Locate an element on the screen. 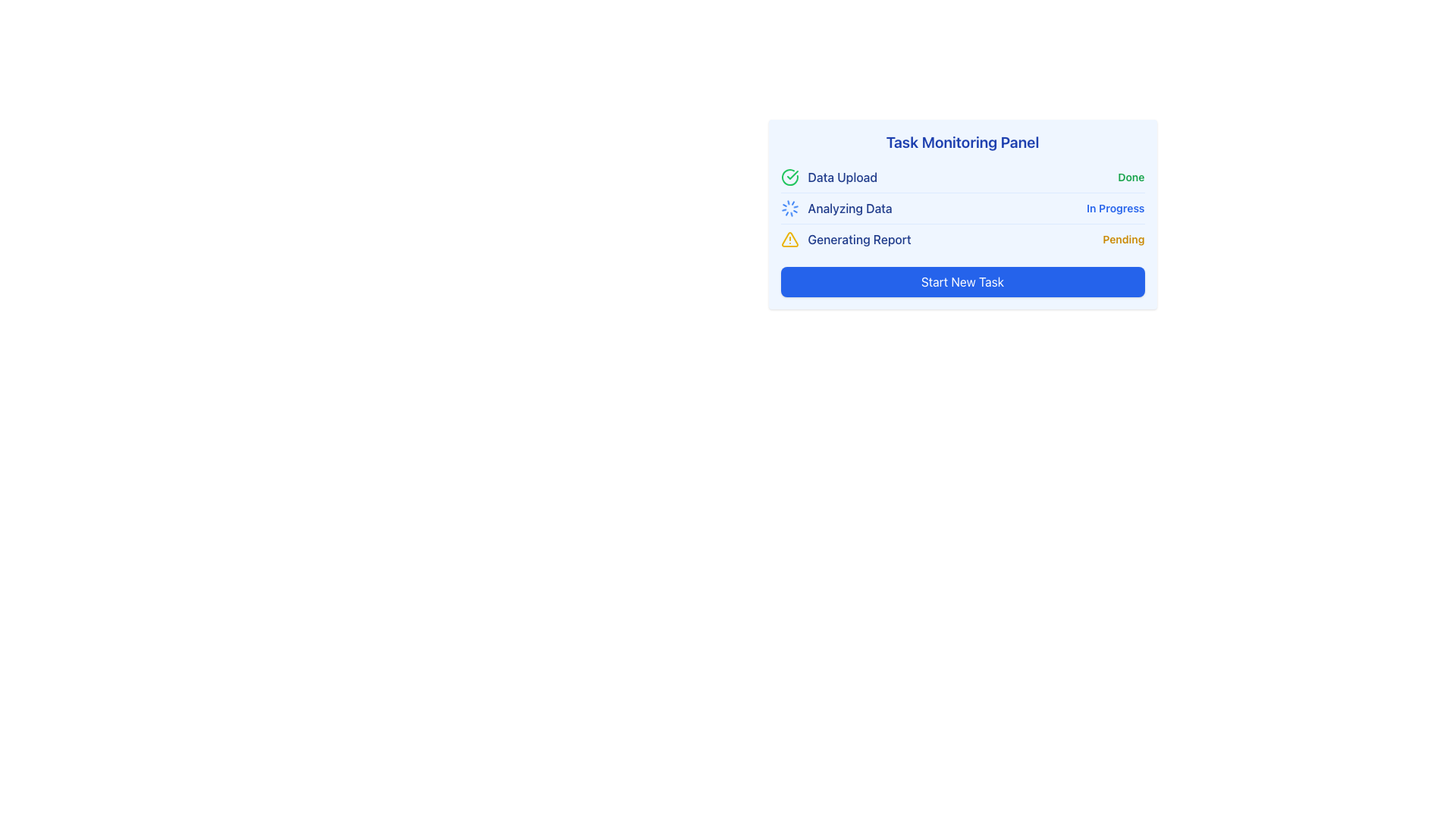  task name 'Generating Report' and its status 'Pending' from the third item in the vertical list of task statuses in the monitoring panel is located at coordinates (962, 239).